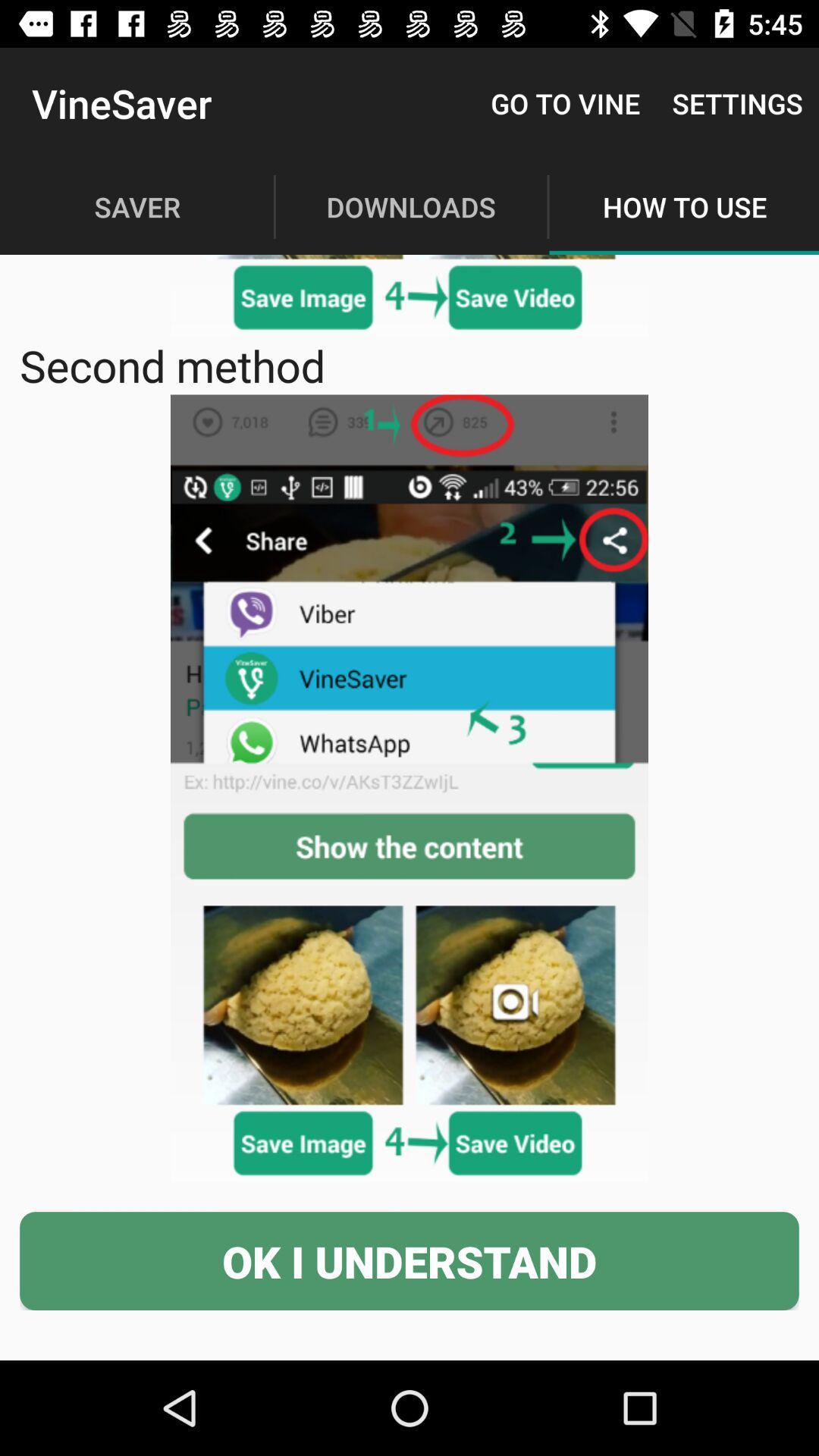 The image size is (819, 1456). What do you see at coordinates (565, 102) in the screenshot?
I see `the item next to vinesaver item` at bounding box center [565, 102].